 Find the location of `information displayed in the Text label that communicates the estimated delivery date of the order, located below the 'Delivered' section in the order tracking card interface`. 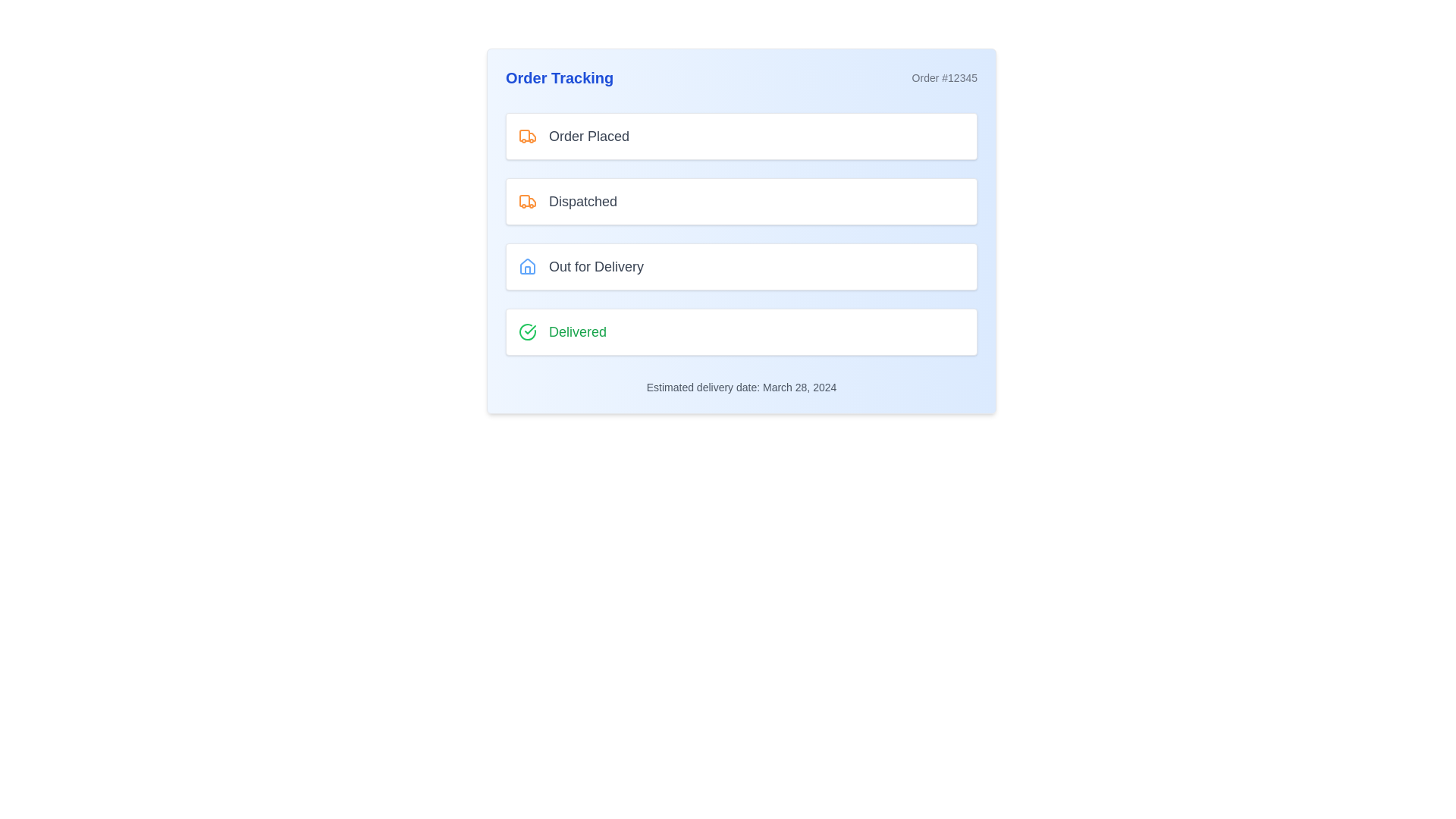

information displayed in the Text label that communicates the estimated delivery date of the order, located below the 'Delivered' section in the order tracking card interface is located at coordinates (742, 386).